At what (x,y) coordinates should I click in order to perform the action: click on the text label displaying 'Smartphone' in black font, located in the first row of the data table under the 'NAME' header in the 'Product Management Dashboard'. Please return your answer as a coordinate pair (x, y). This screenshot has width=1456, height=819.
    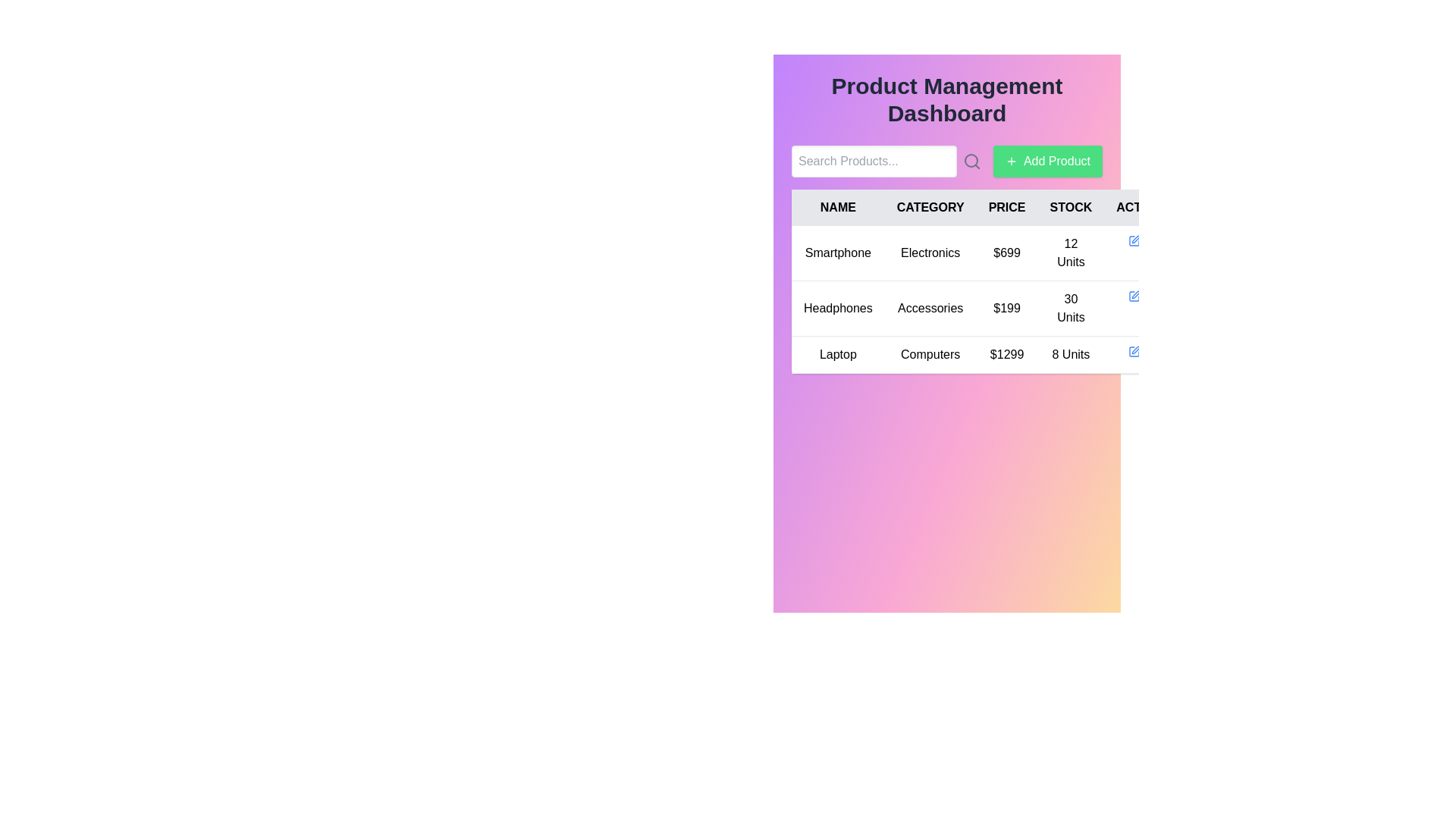
    Looking at the image, I should click on (837, 253).